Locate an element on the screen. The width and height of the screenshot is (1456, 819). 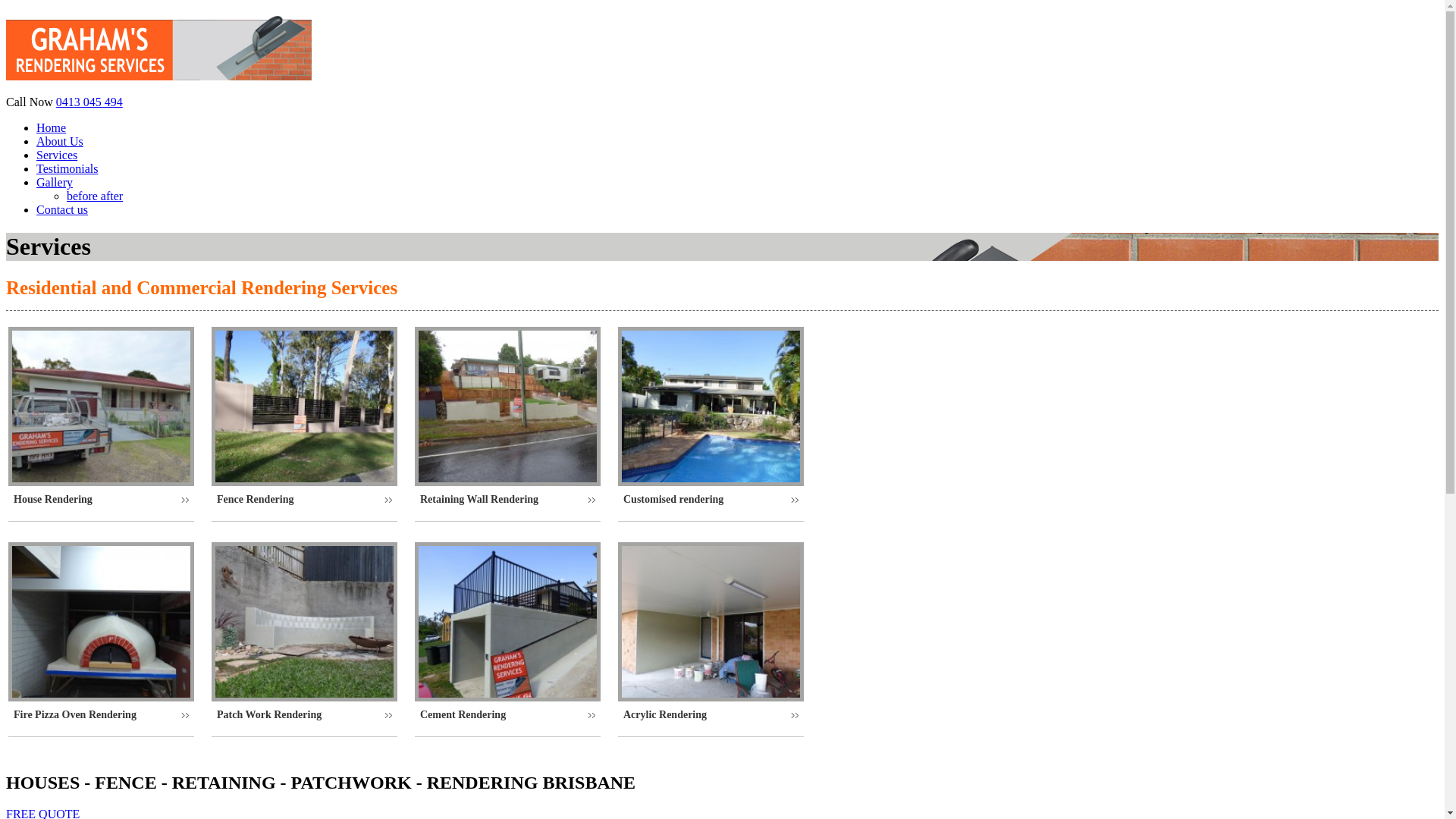
'House Rendering' is located at coordinates (100, 500).